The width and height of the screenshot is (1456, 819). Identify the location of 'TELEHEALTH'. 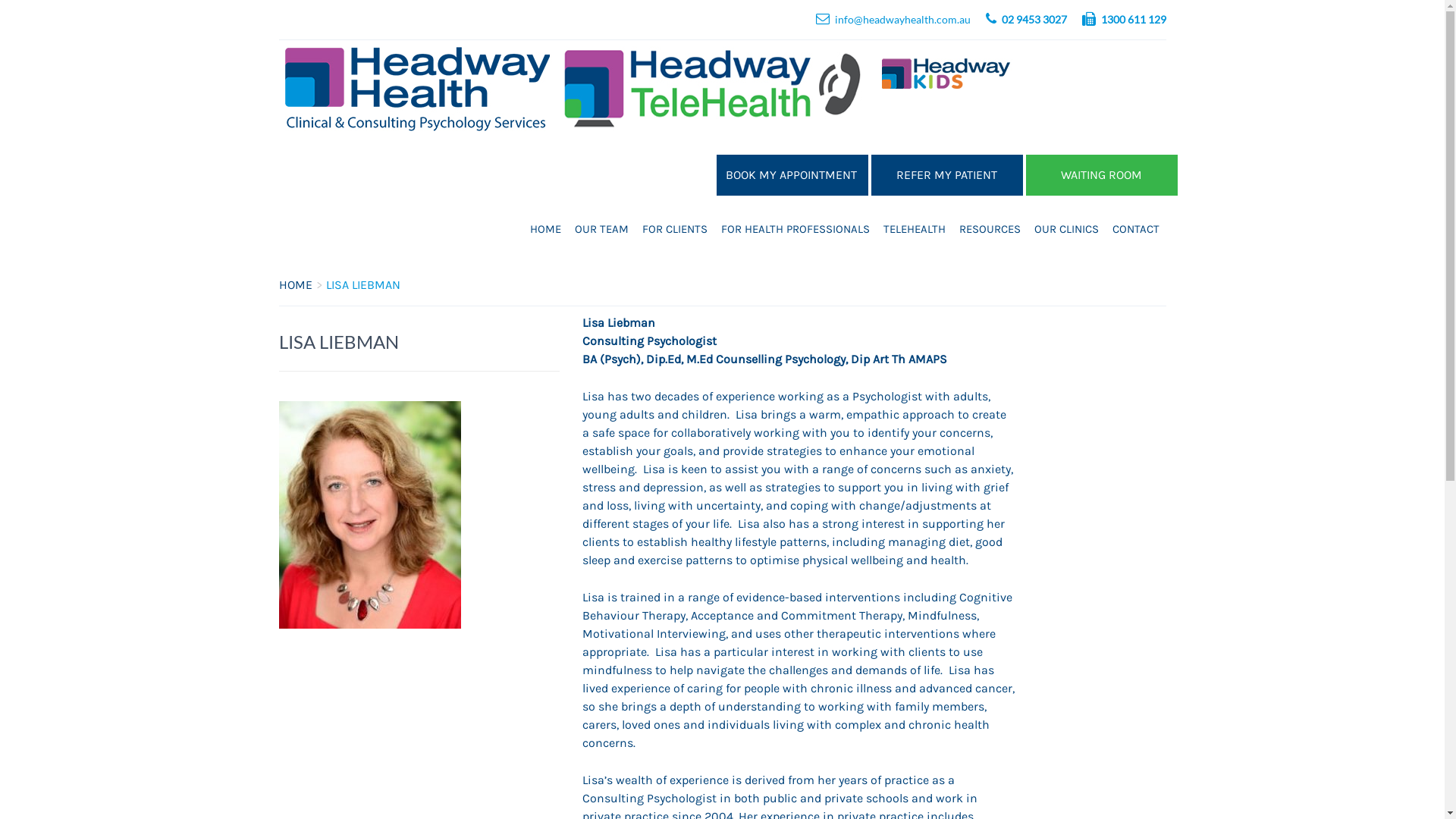
(913, 228).